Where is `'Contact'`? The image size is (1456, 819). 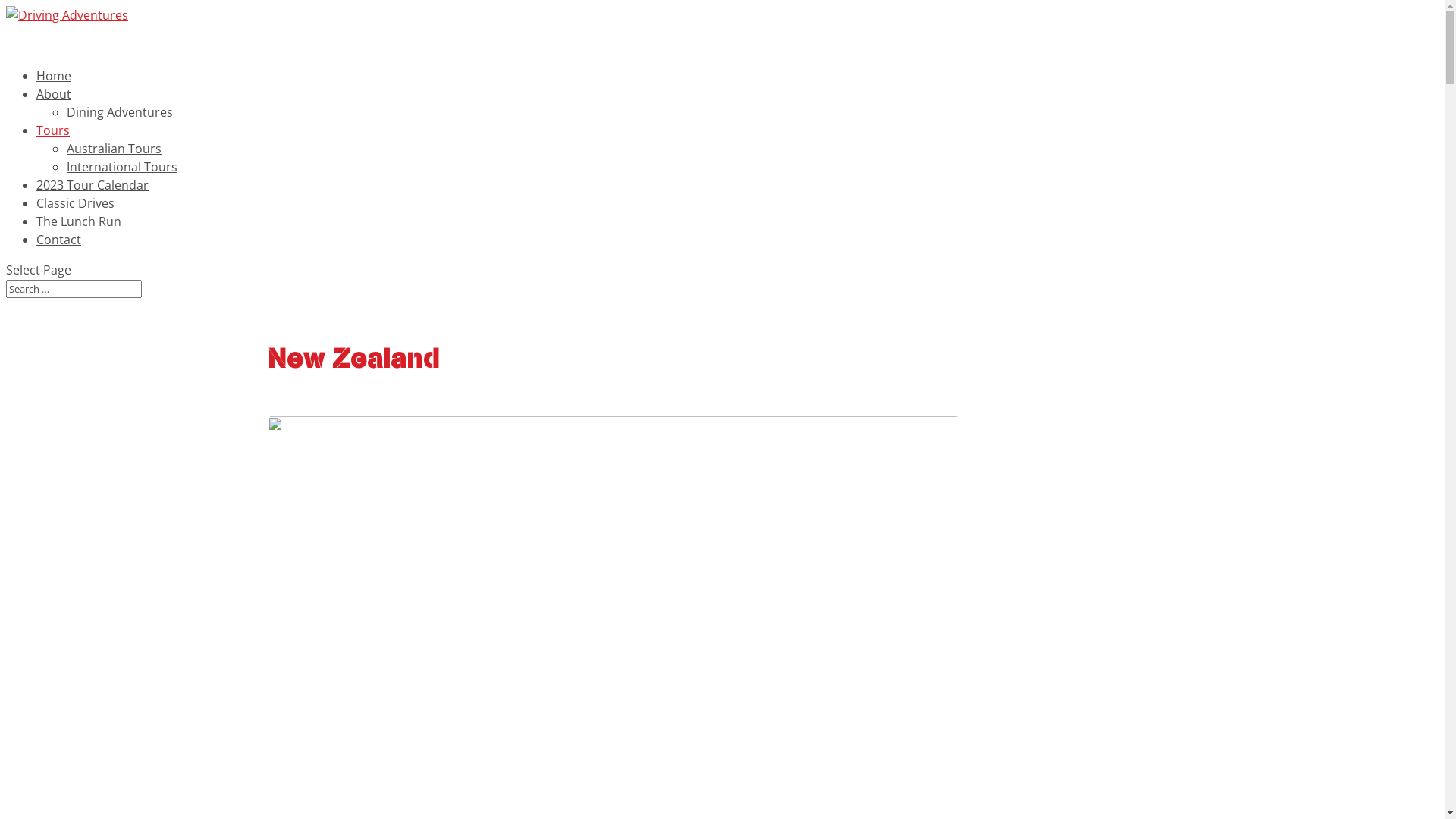 'Contact' is located at coordinates (36, 253).